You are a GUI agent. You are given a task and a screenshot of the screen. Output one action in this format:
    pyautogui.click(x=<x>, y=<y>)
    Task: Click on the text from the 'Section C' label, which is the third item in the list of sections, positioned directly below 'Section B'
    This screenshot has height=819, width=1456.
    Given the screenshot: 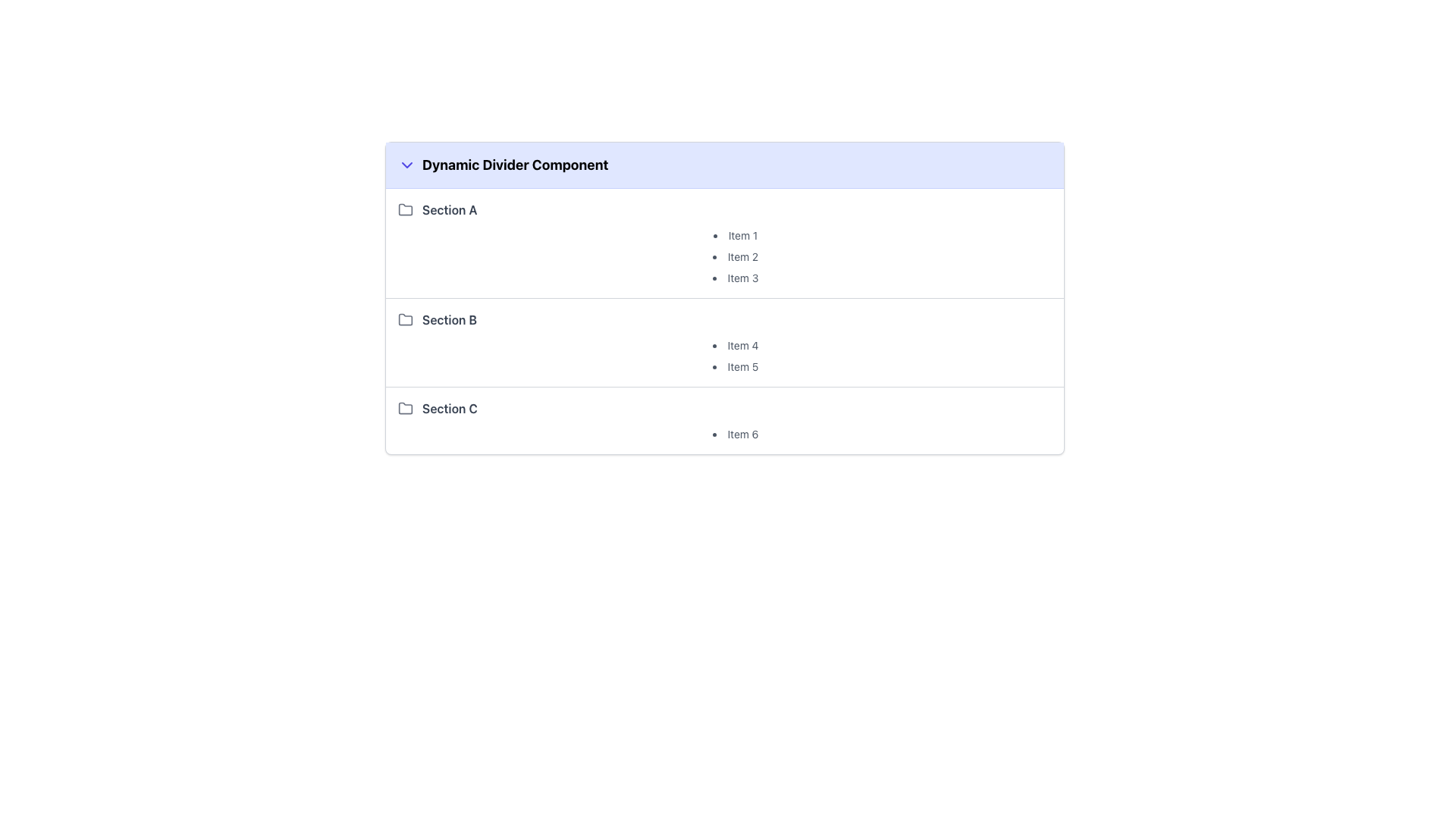 What is the action you would take?
    pyautogui.click(x=449, y=408)
    